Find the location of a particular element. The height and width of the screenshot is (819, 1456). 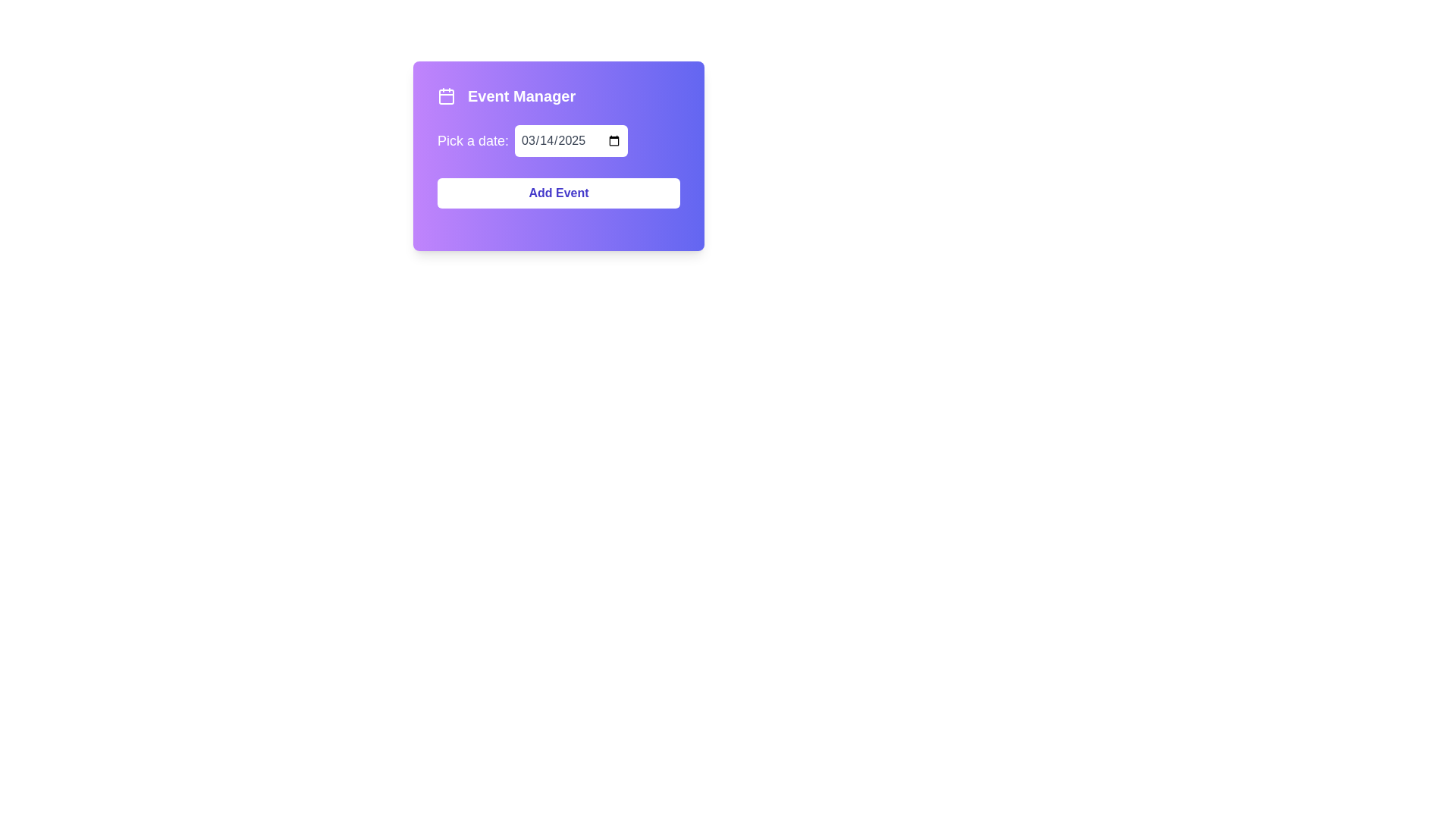

the small rectangular icon with rounded corners located within the calendar symbol in the 'Event Manager' dialog box, positioned to the left of the title text is located at coordinates (446, 96).